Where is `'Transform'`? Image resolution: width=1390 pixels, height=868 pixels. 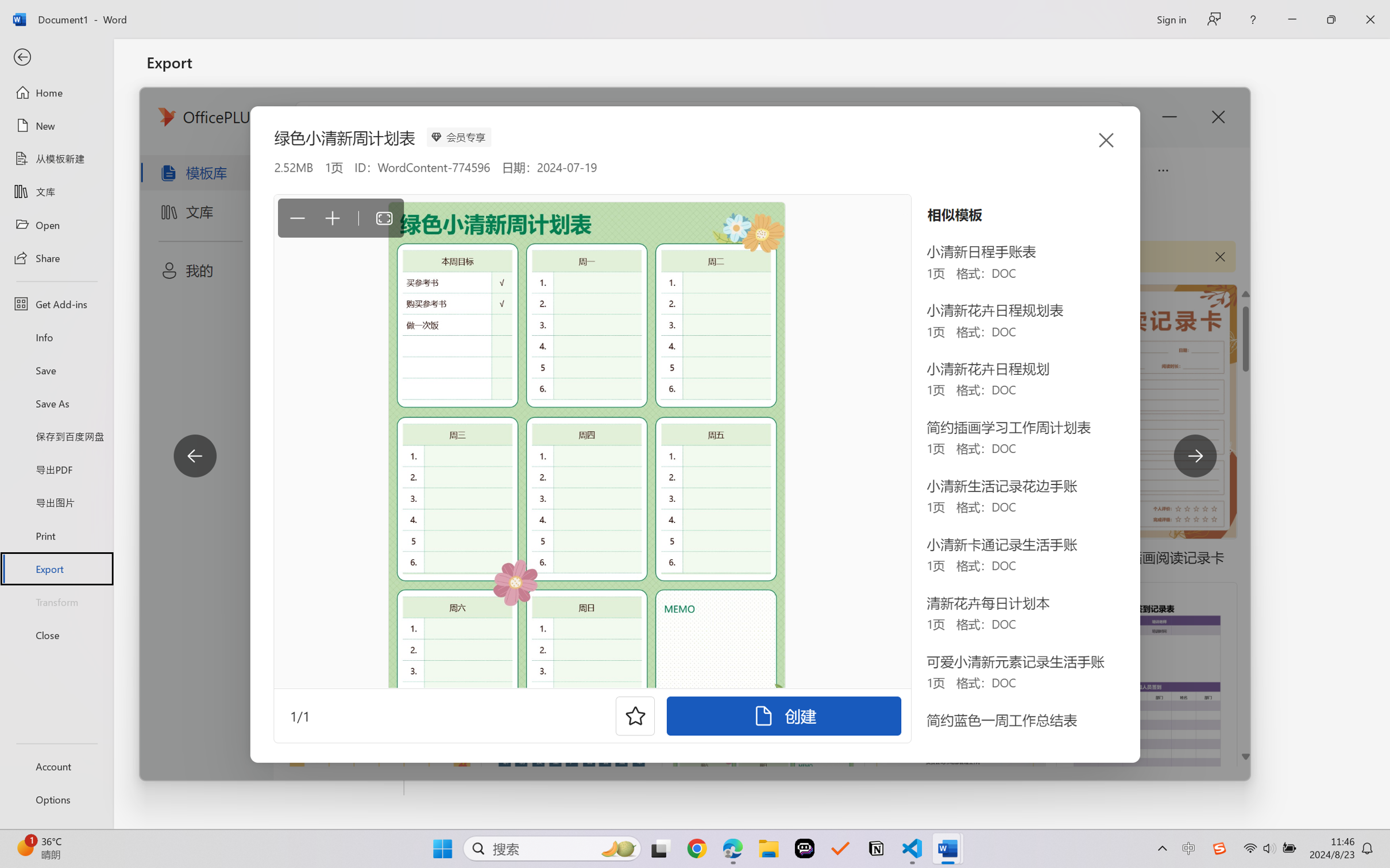 'Transform' is located at coordinates (56, 600).